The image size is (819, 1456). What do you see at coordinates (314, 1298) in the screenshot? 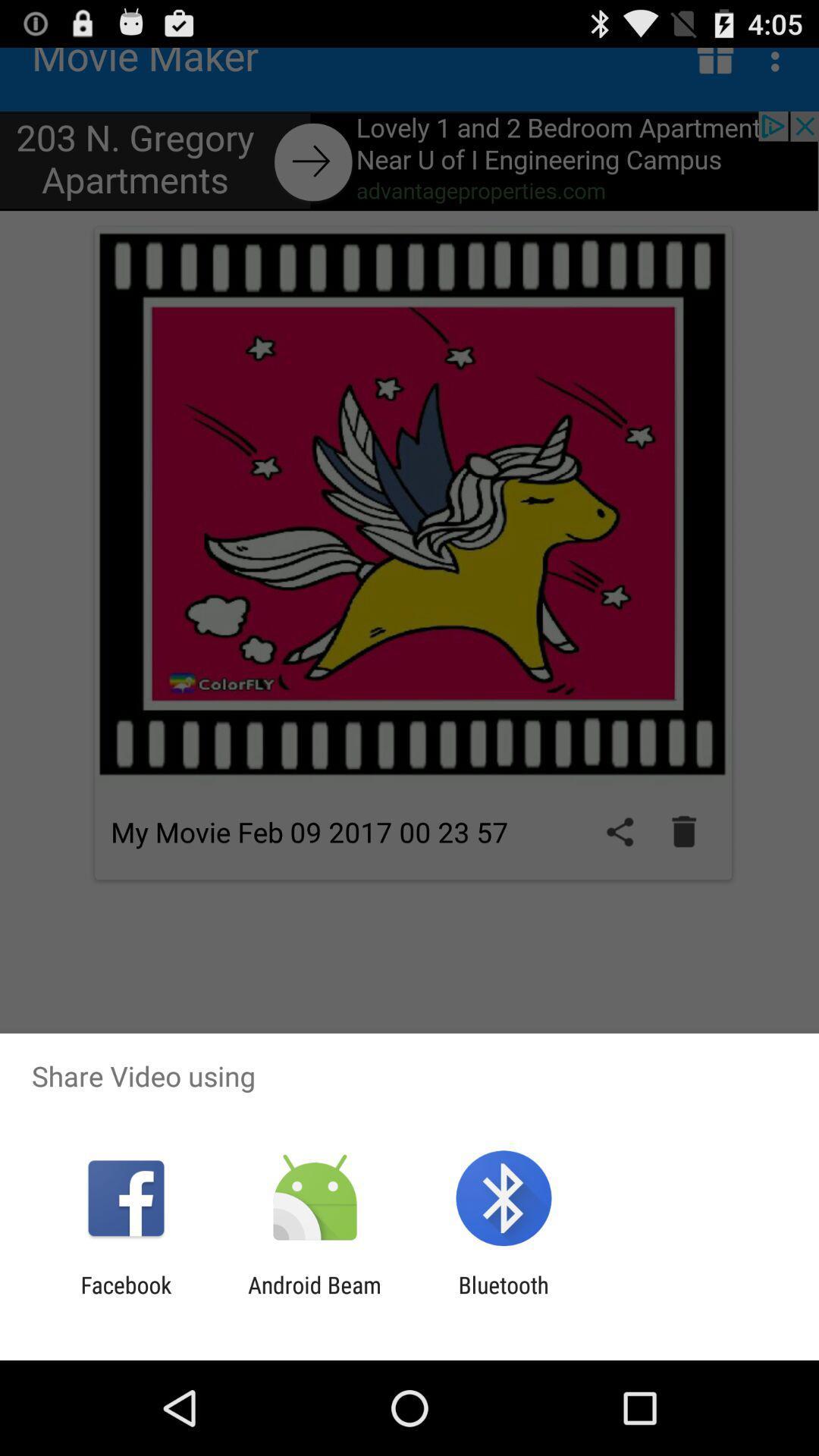
I see `item to the right of facebook icon` at bounding box center [314, 1298].